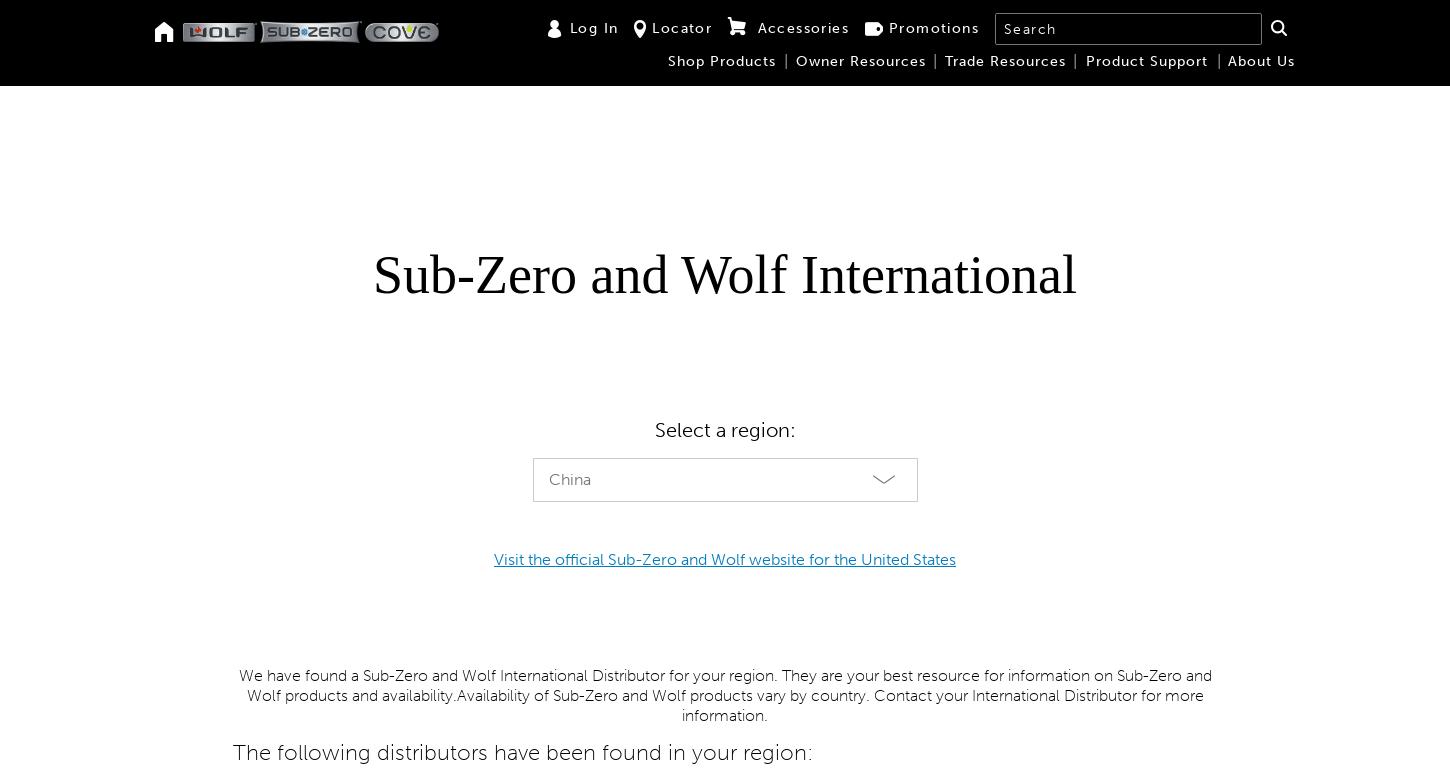 The width and height of the screenshot is (1450, 773). I want to click on 'Looking for', so click(317, 267).